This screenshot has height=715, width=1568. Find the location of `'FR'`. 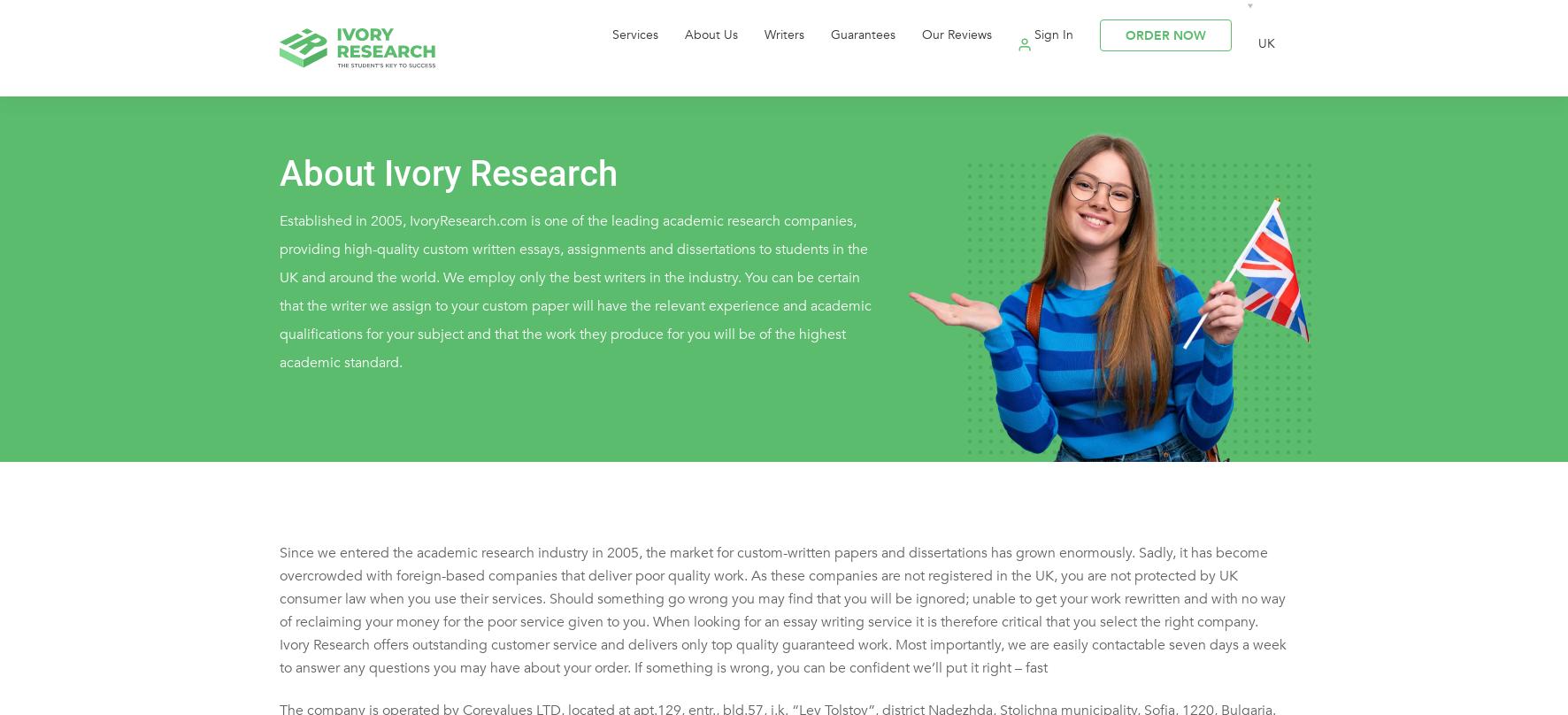

'FR' is located at coordinates (1334, 181).